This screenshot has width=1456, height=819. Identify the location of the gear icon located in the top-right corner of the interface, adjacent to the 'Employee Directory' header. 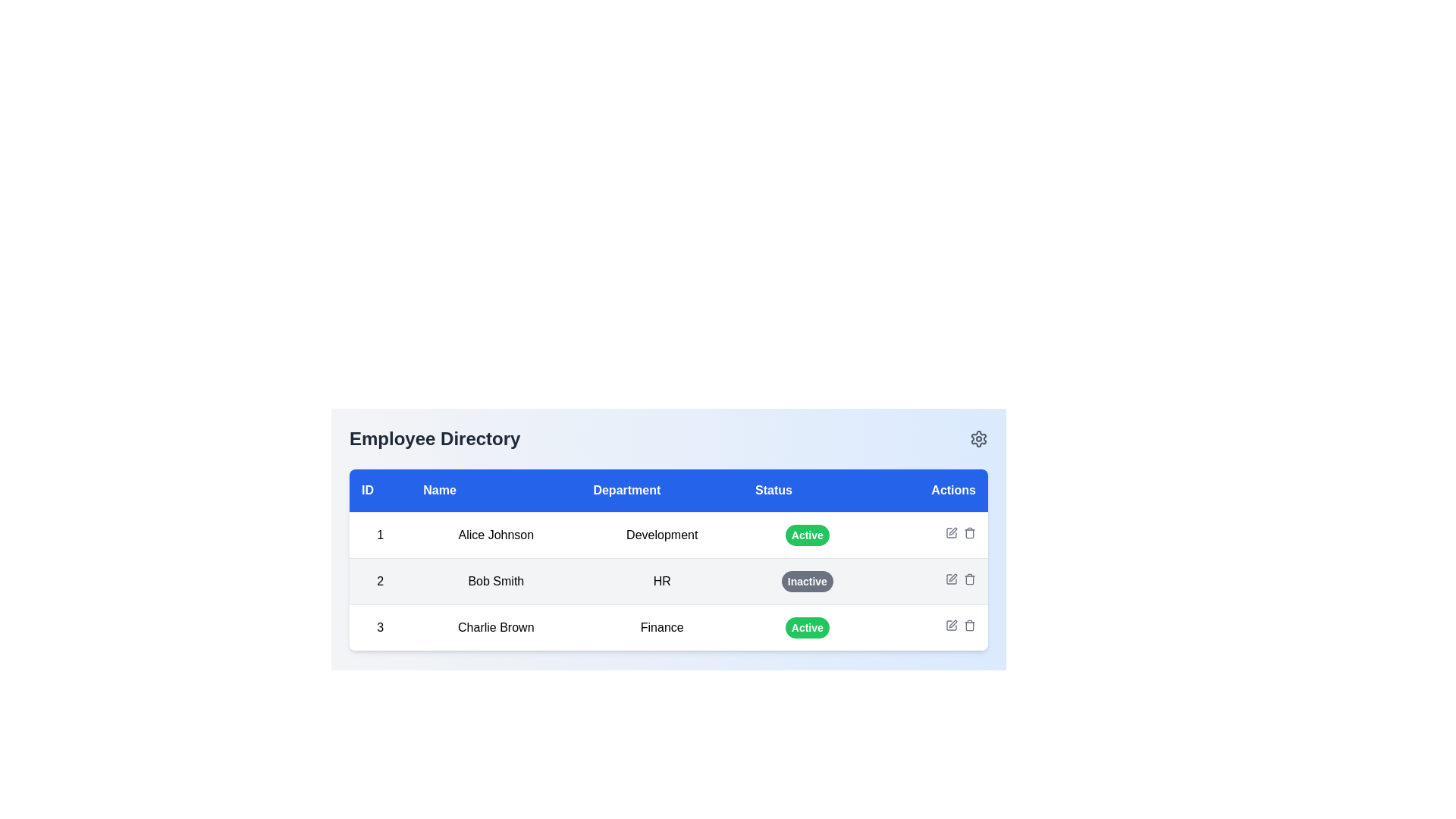
(979, 438).